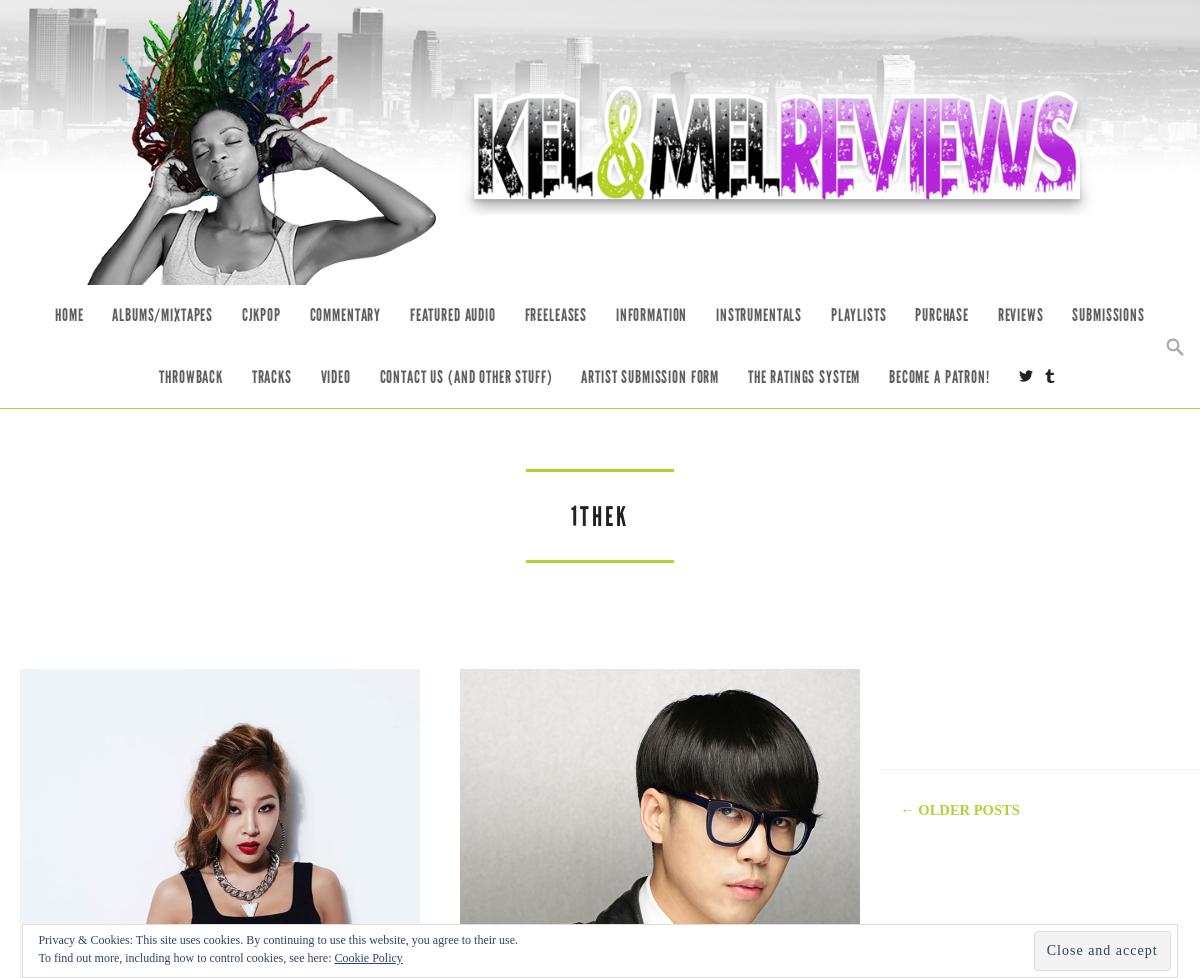  What do you see at coordinates (757, 314) in the screenshot?
I see `'Instrumentals'` at bounding box center [757, 314].